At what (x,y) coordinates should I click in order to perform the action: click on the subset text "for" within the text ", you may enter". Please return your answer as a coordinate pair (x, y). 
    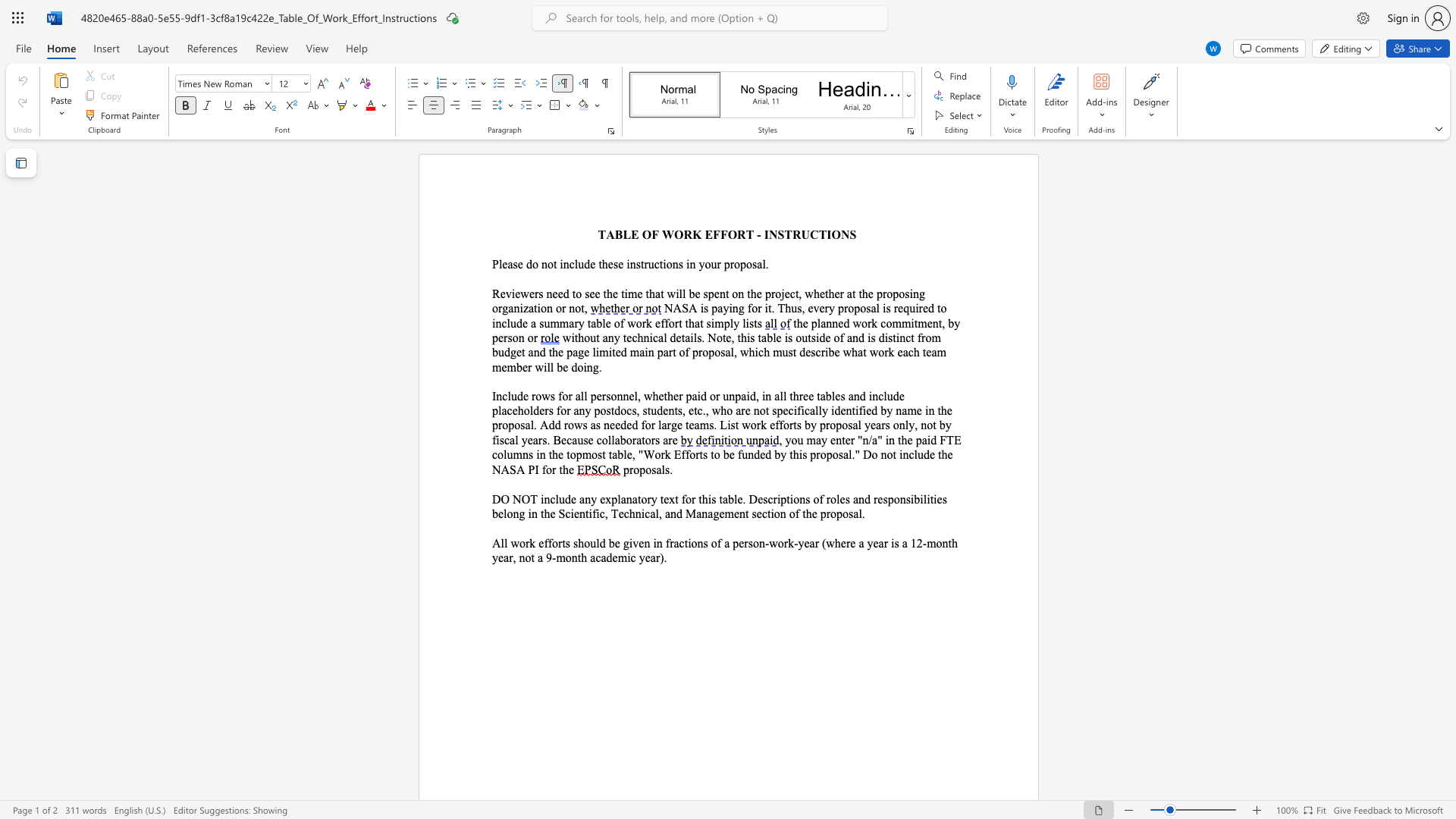
    Looking at the image, I should click on (541, 469).